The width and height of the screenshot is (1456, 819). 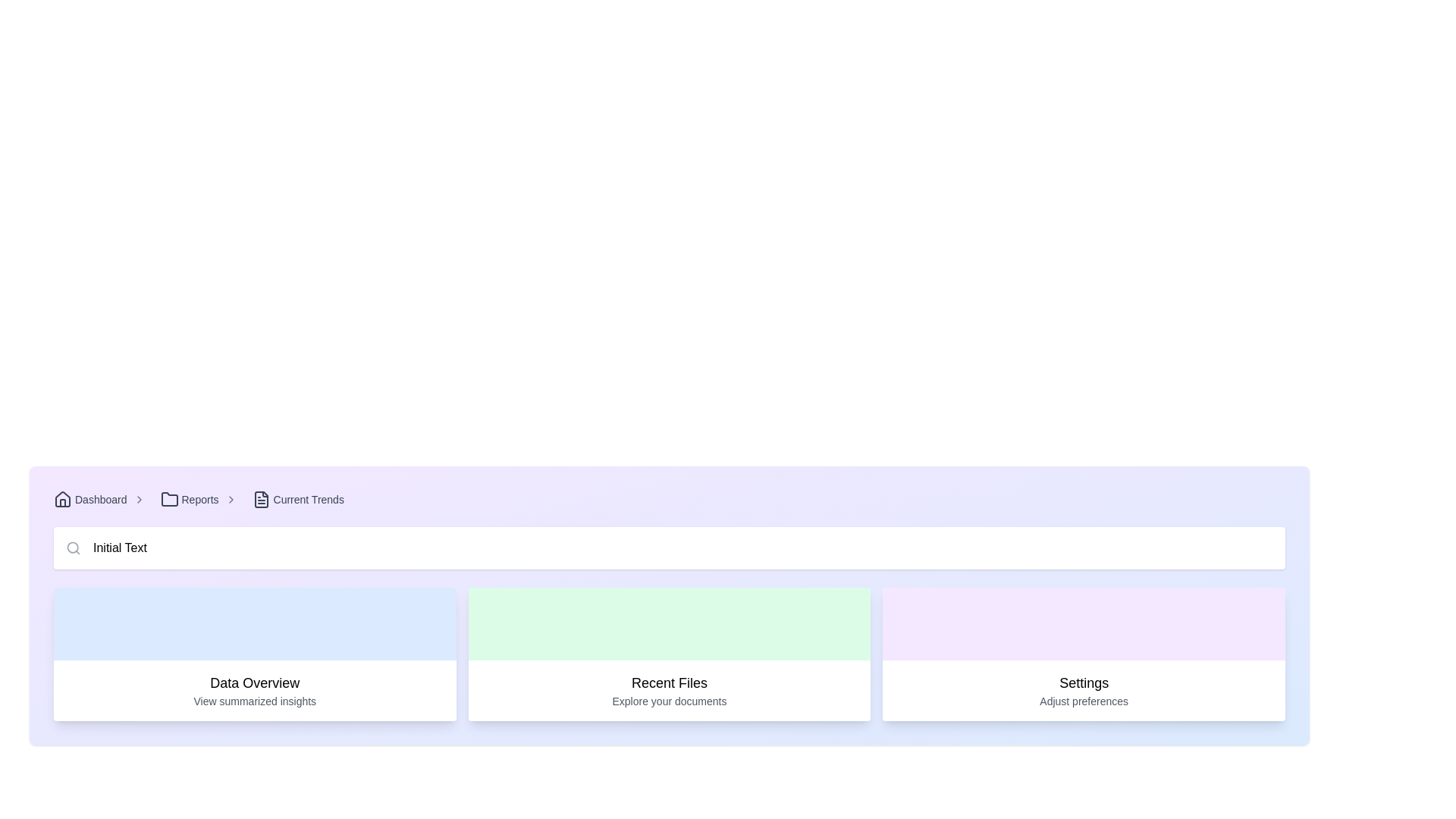 What do you see at coordinates (139, 500) in the screenshot?
I see `the rightward-pointing gray chevron icon located within the breadcrumb navigation, which is situated to the right of the 'Dashboard' text` at bounding box center [139, 500].